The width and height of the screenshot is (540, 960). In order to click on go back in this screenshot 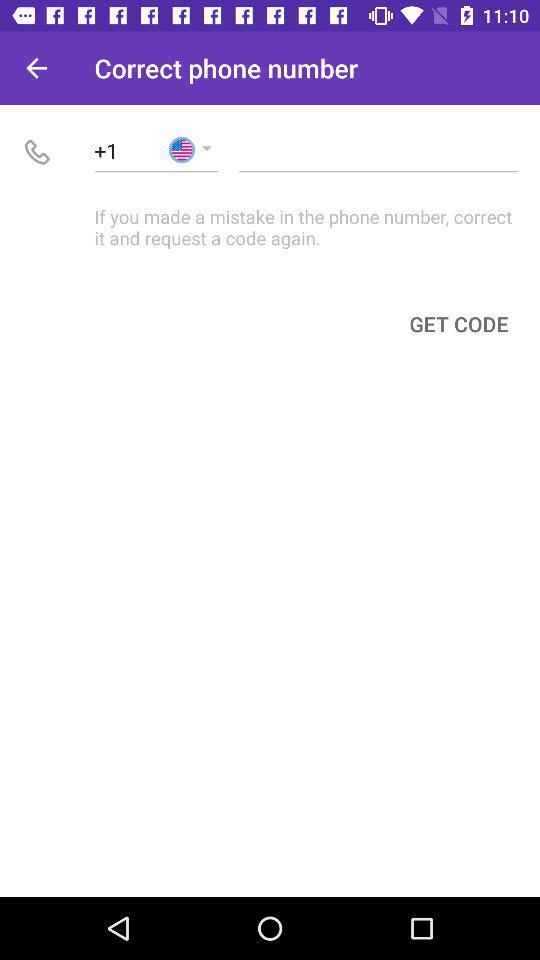, I will do `click(36, 68)`.